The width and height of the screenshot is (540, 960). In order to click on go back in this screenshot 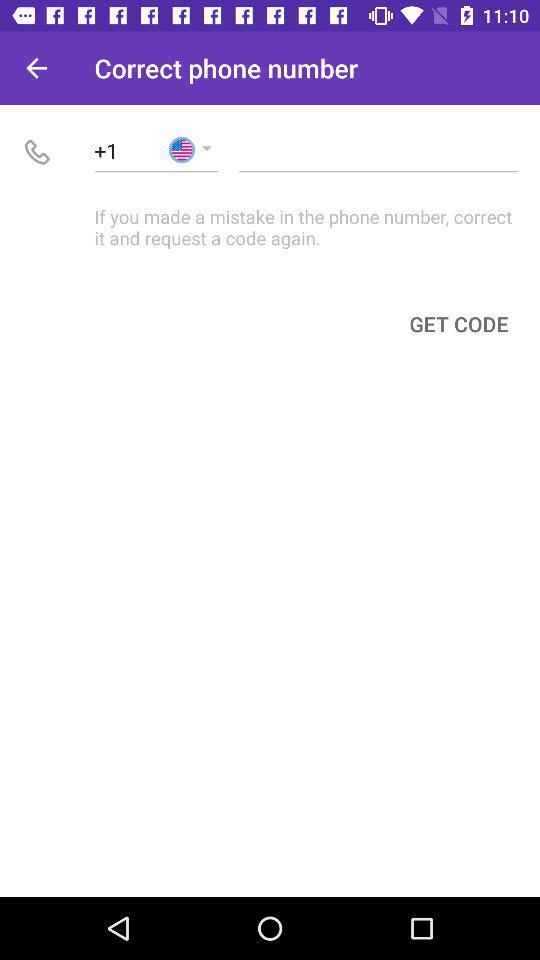, I will do `click(36, 68)`.